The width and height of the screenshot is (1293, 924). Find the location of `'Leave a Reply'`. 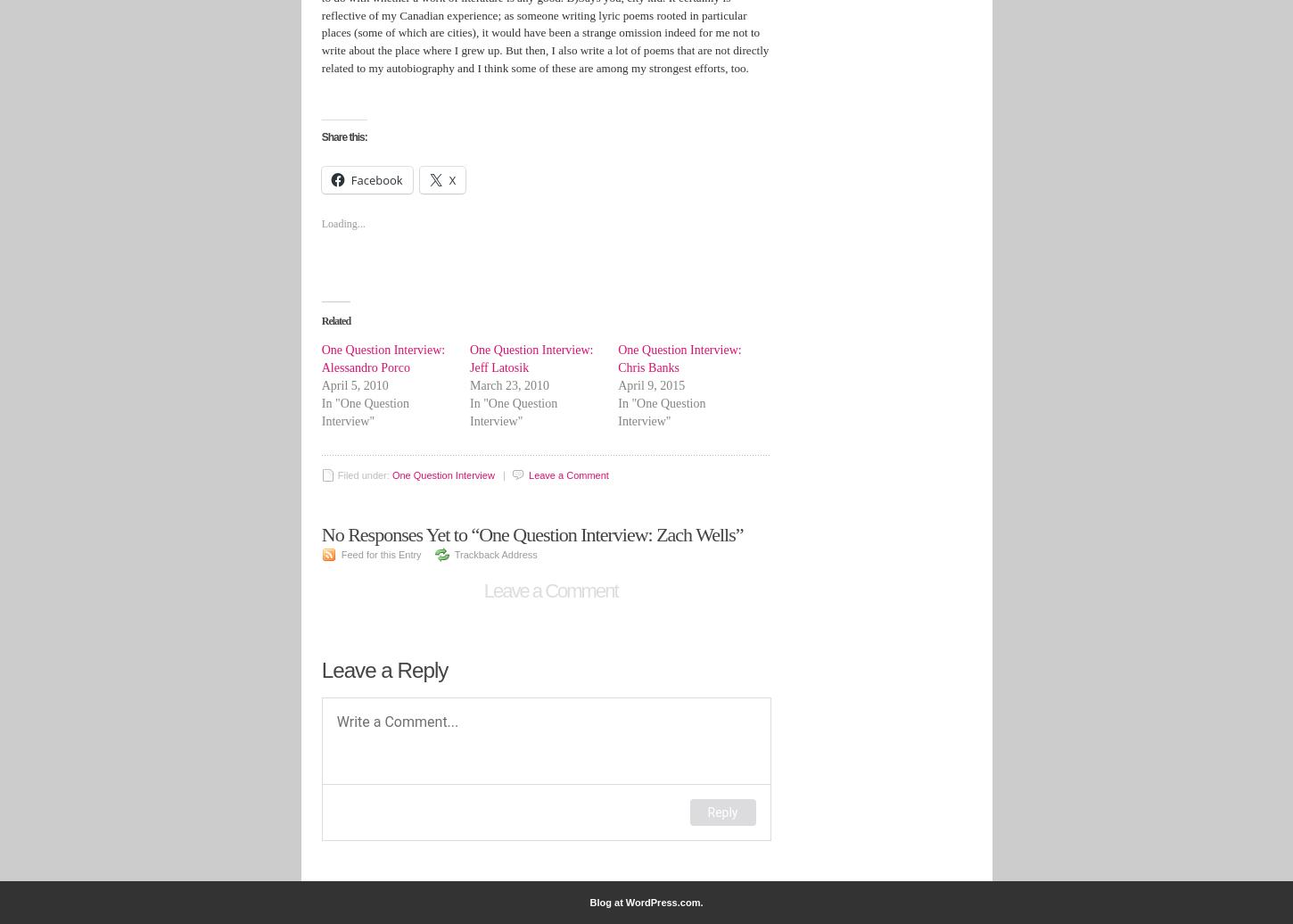

'Leave a Reply' is located at coordinates (383, 669).